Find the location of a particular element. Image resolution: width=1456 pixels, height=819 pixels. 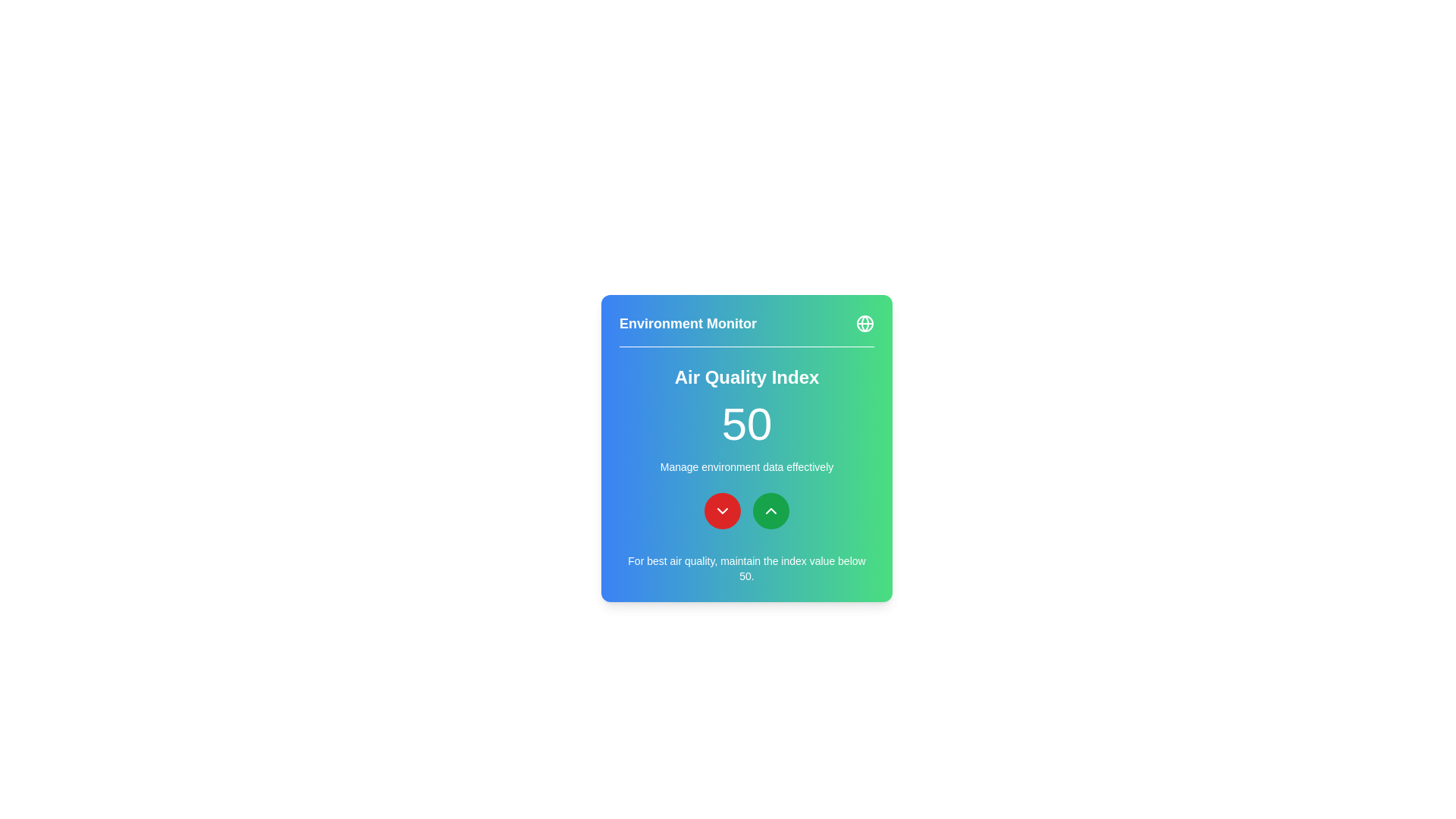

the static text label that provides additional context about managing environmental data, located below the '50' and 'Air Quality Index' in the card UI component is located at coordinates (746, 466).